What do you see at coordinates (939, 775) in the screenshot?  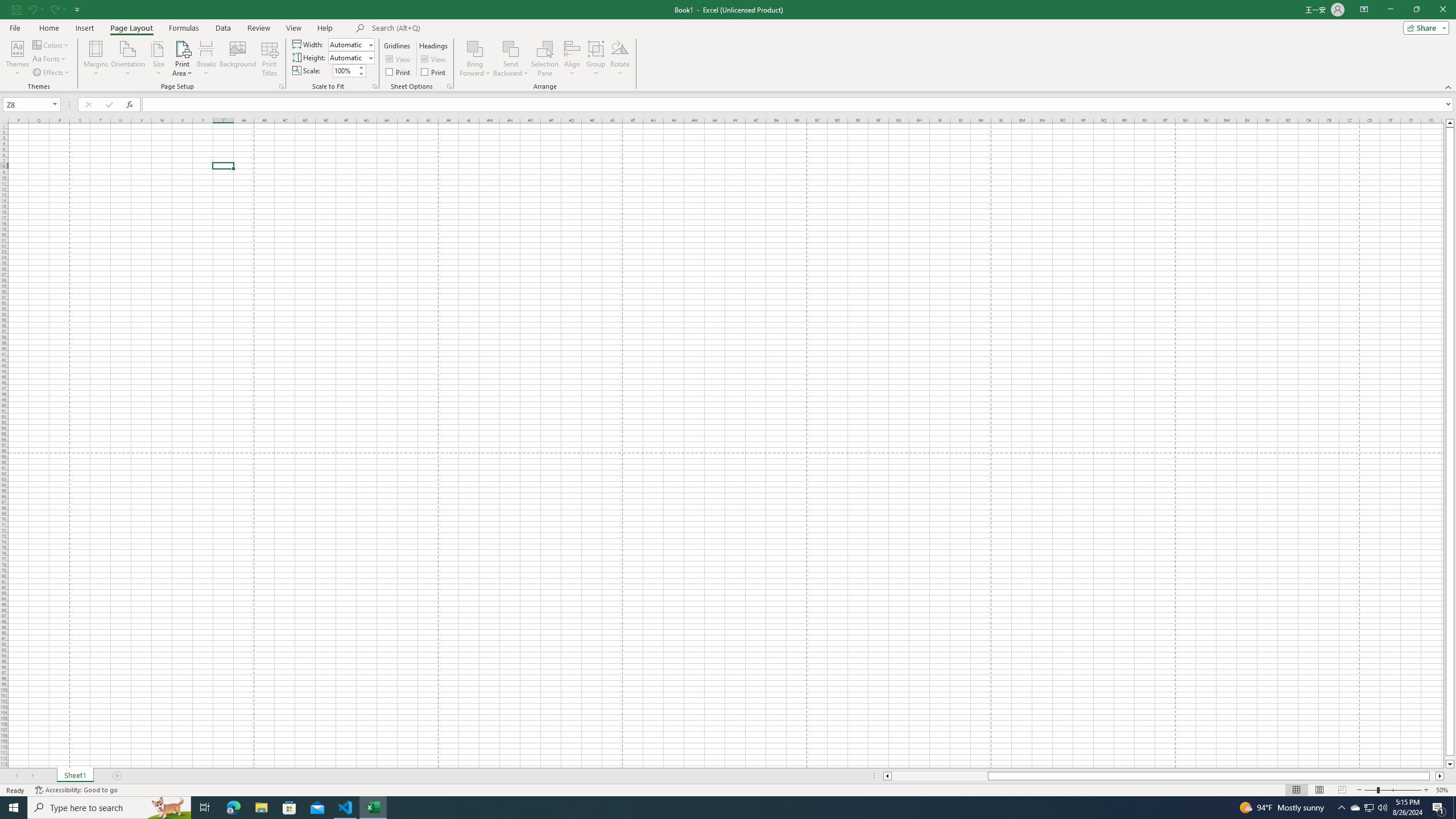 I see `'Page left'` at bounding box center [939, 775].